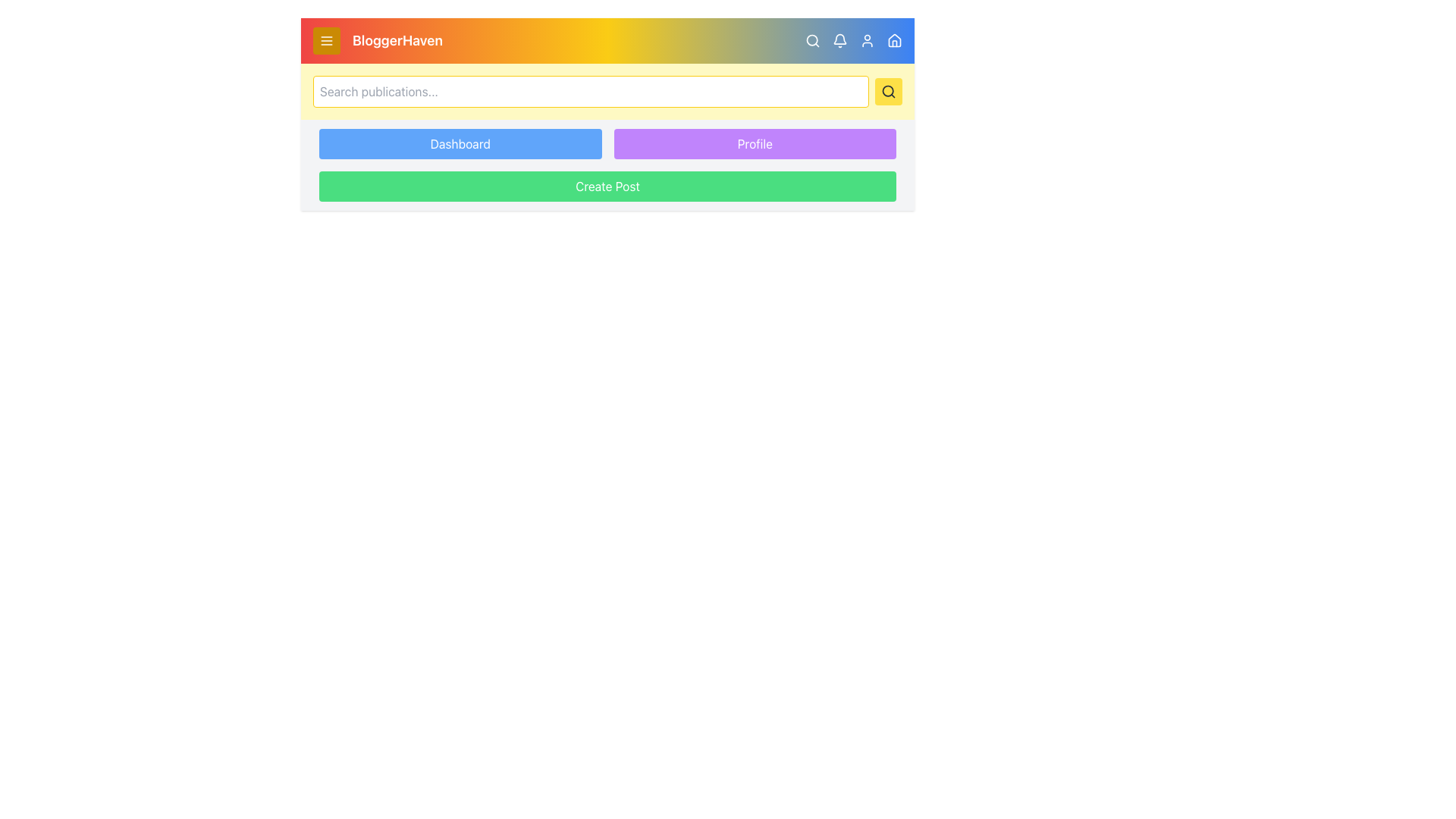 This screenshot has height=819, width=1456. I want to click on the vibrant yellow rectangular button with a hamburger menu icon, so click(326, 40).